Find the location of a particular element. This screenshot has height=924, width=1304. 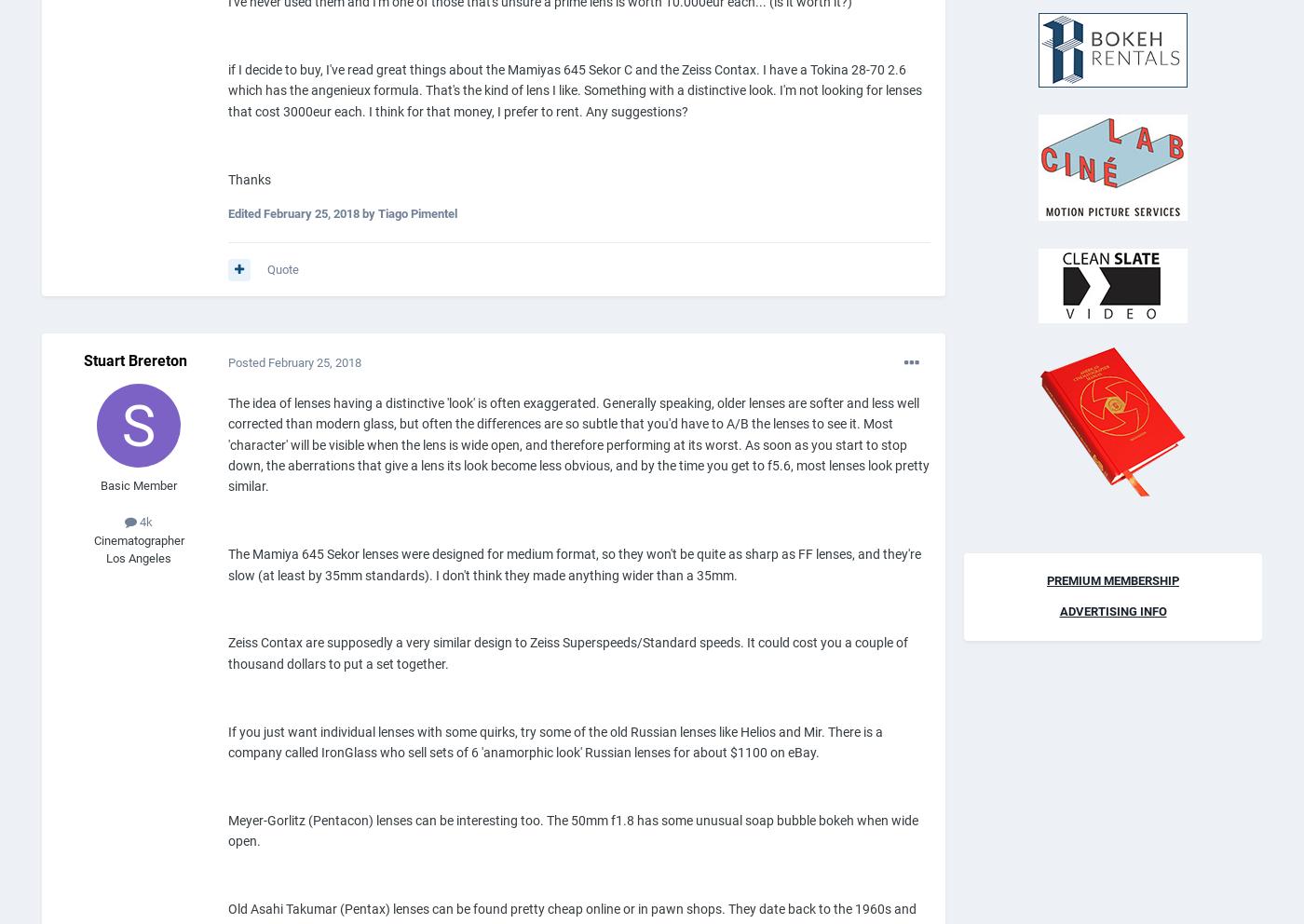

'Thanks' is located at coordinates (249, 177).